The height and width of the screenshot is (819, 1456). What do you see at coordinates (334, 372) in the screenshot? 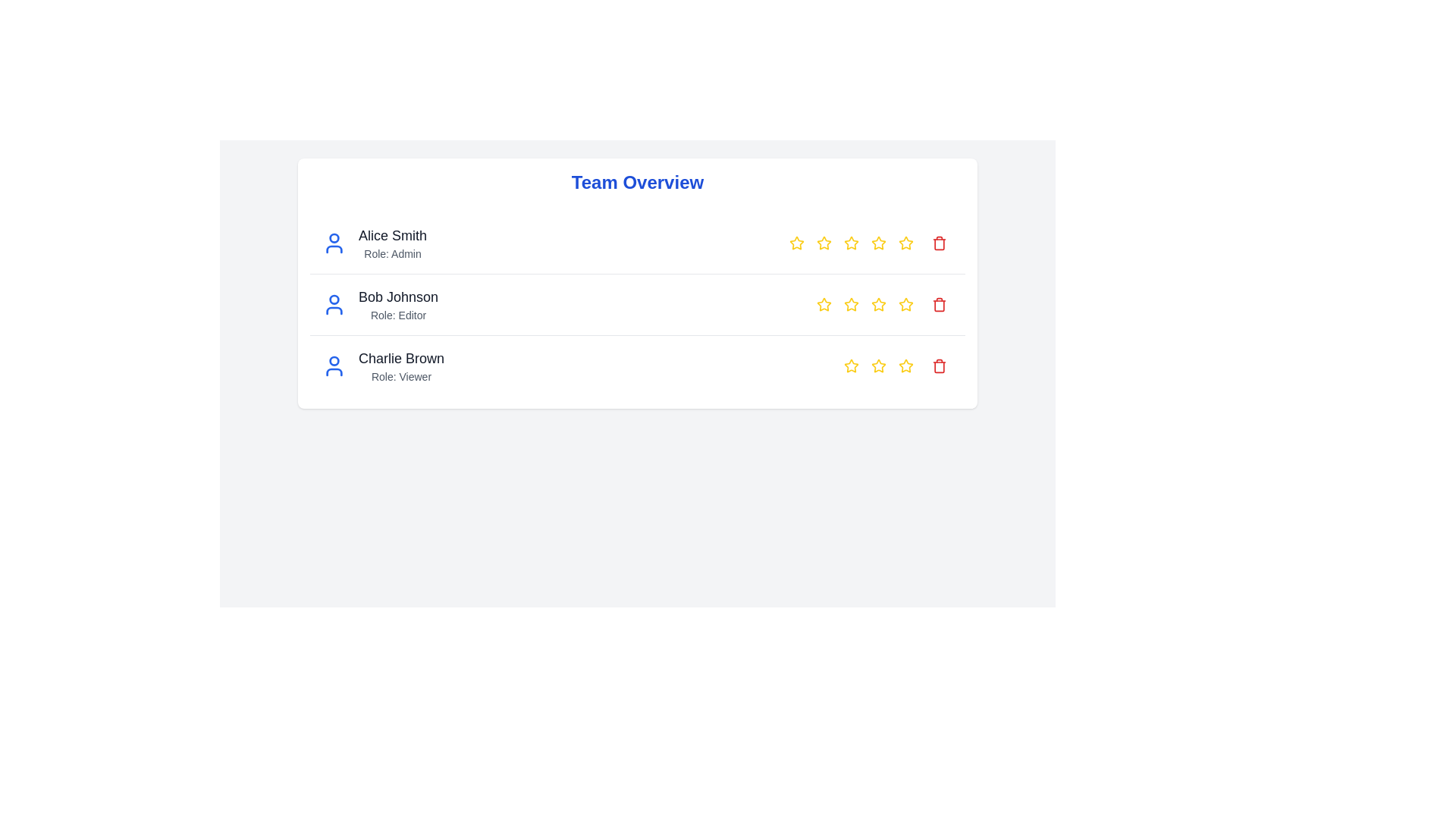
I see `the decorative vector graphic component representing the user 'Charlie Brown' located beneath the circular head of the icon in the avatar section` at bounding box center [334, 372].